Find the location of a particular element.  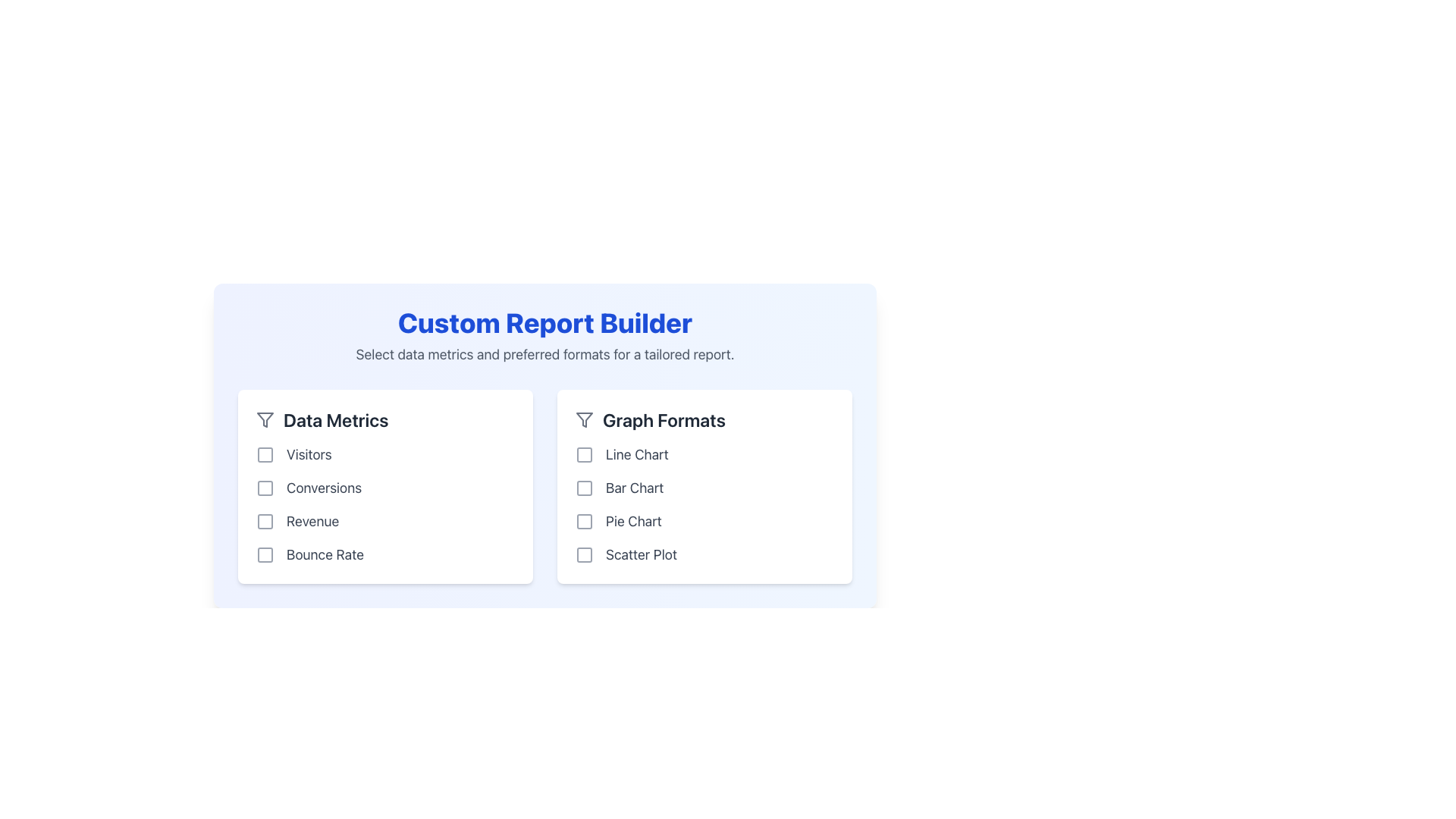

the static text element that reads 'Select data metrics and preferred formats for a tailored report.' which is styled in gray and located directly below the title 'Custom Report Builder.' is located at coordinates (545, 354).